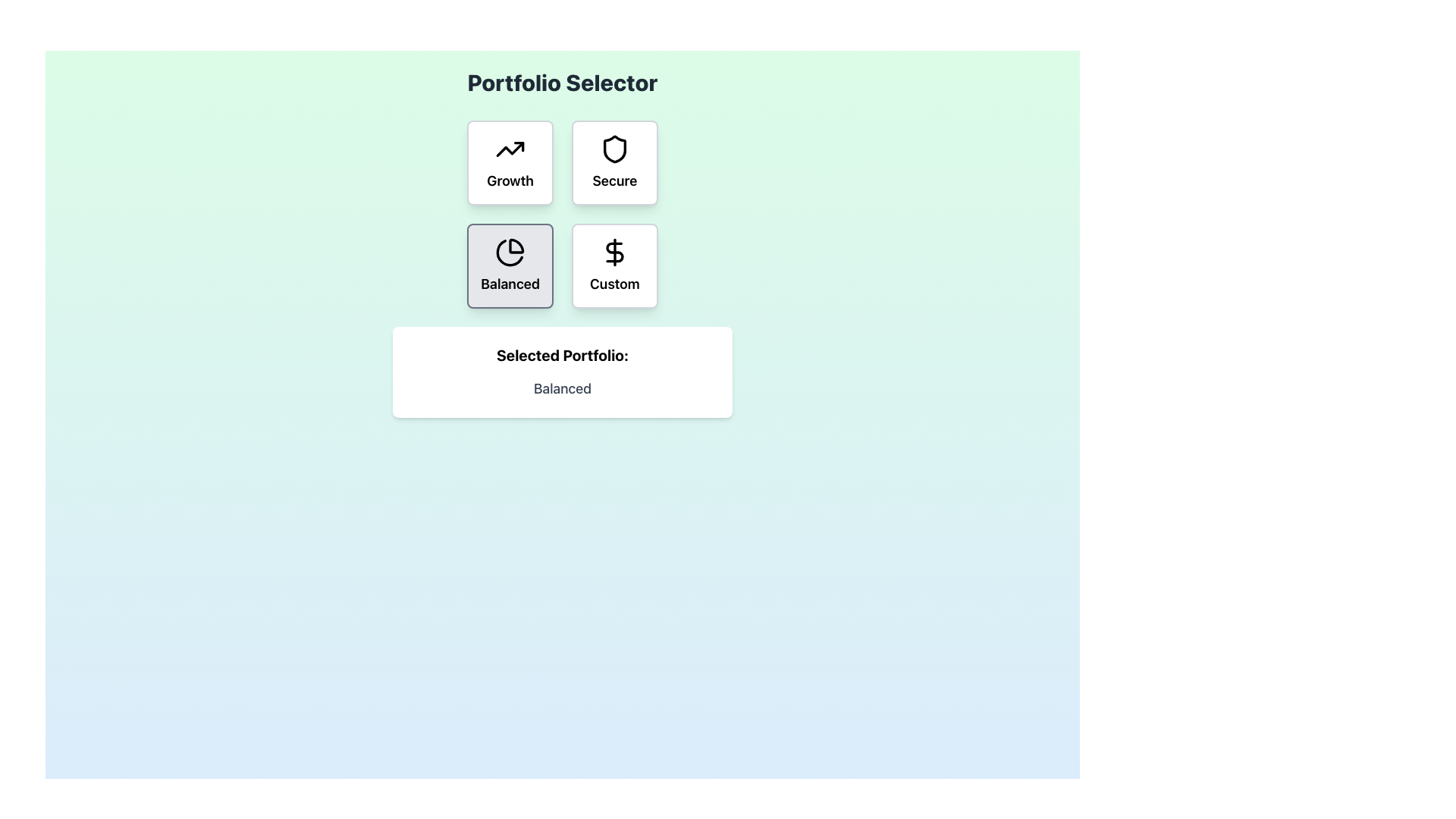 This screenshot has width=1456, height=819. Describe the element at coordinates (510, 163) in the screenshot. I see `the 'Growth' button, which is a rectangular button with a white background and an upward trending arrow icon, located in the upper-left part of a grid of buttons` at that location.